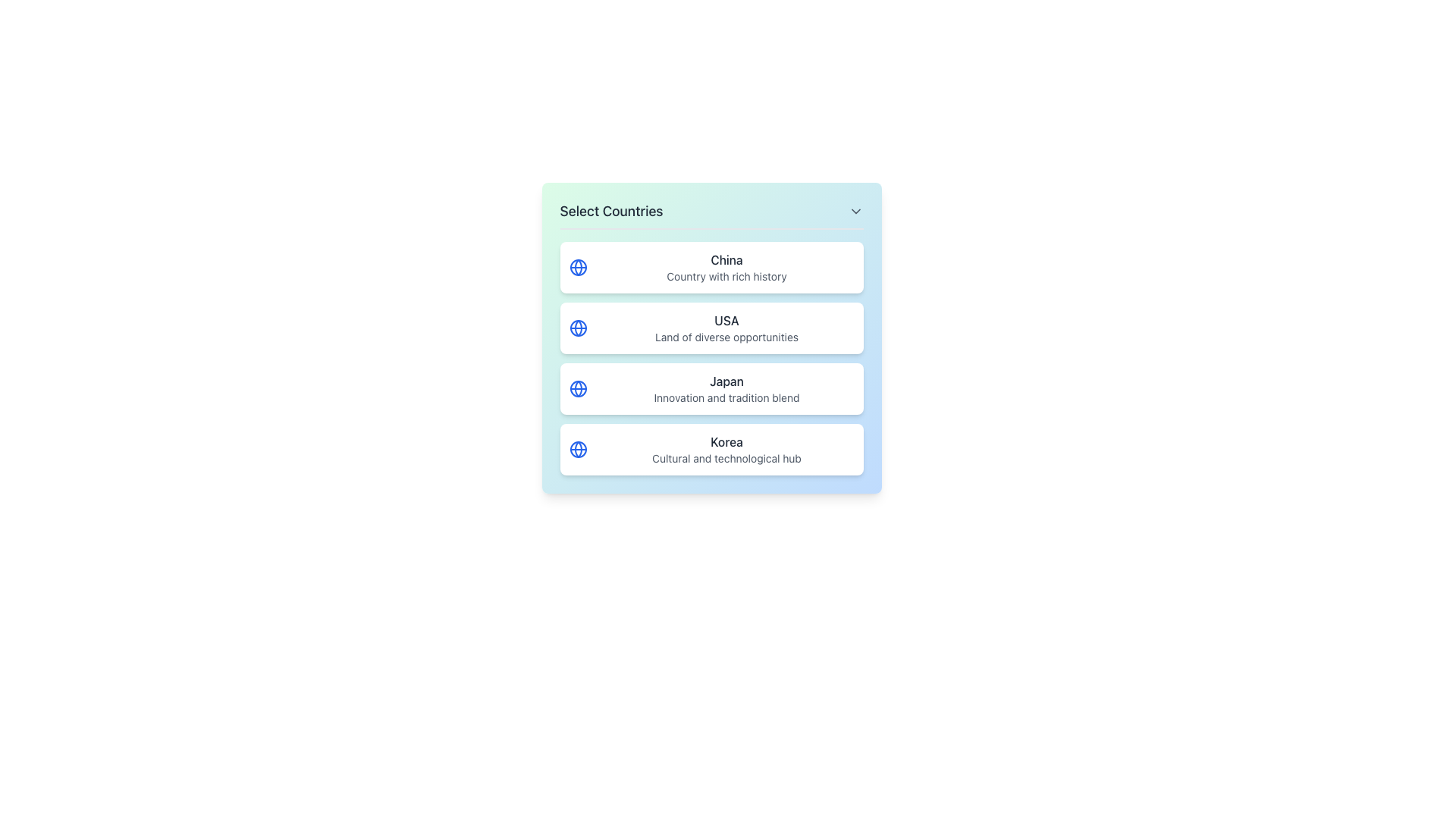 This screenshot has height=819, width=1456. Describe the element at coordinates (577, 449) in the screenshot. I see `the Globe icon which represents the global concept related to 'Korea', located to the left of the text 'Korea' and 'Cultural and technological hub'` at that location.